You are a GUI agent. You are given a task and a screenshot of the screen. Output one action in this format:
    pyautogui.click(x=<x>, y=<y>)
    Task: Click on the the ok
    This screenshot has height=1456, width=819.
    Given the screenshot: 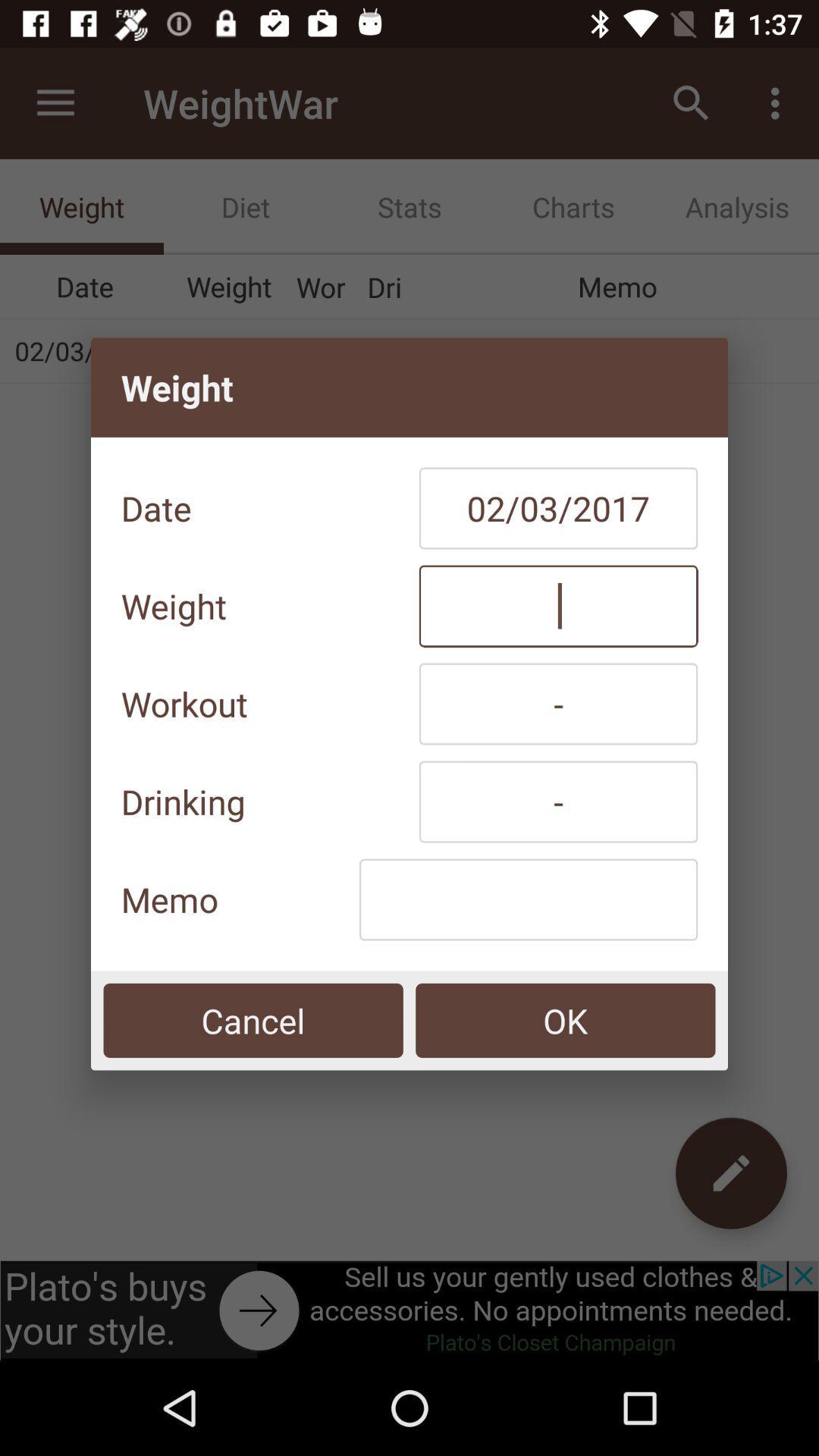 What is the action you would take?
    pyautogui.click(x=565, y=1020)
    